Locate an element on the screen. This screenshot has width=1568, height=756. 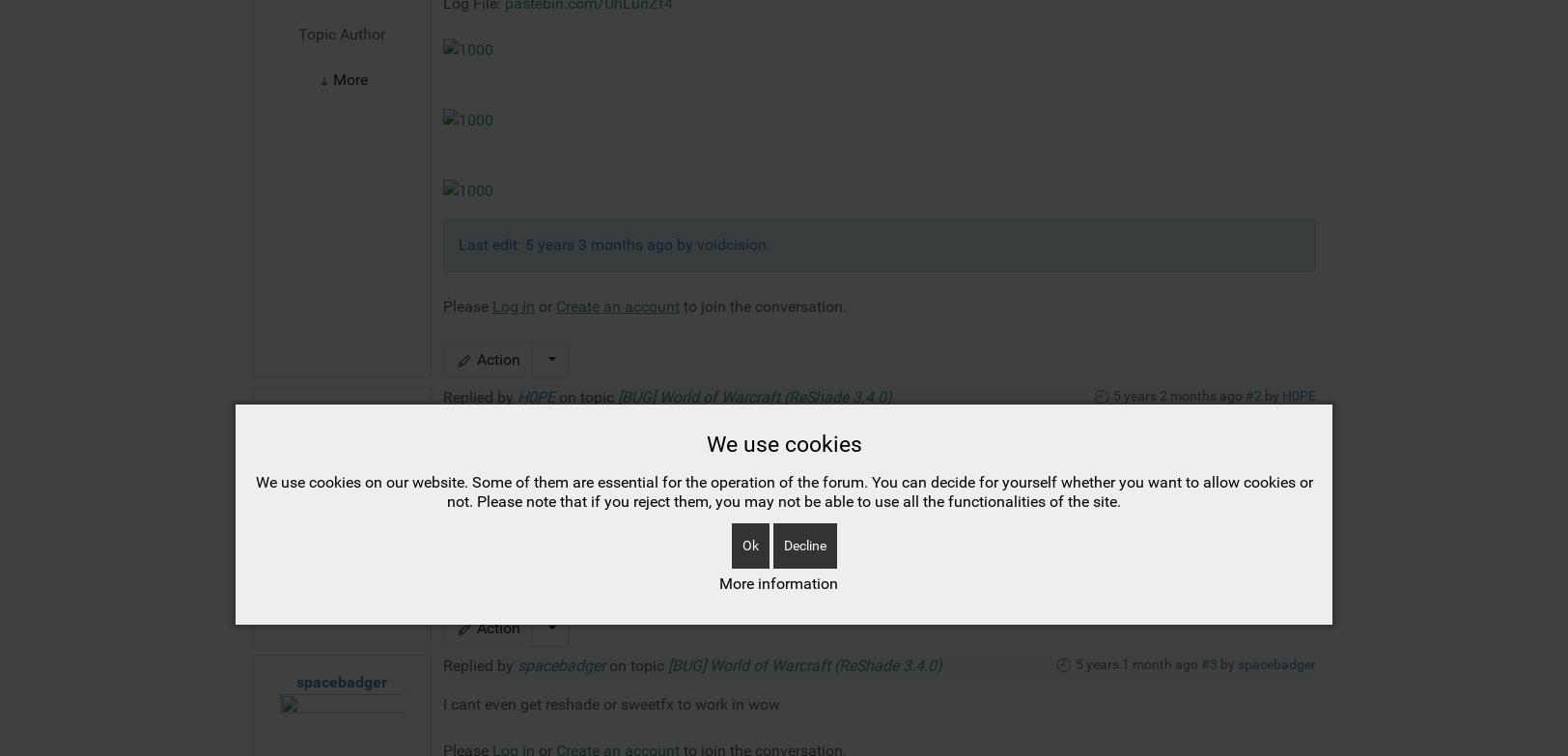
'Ok' is located at coordinates (749, 238).